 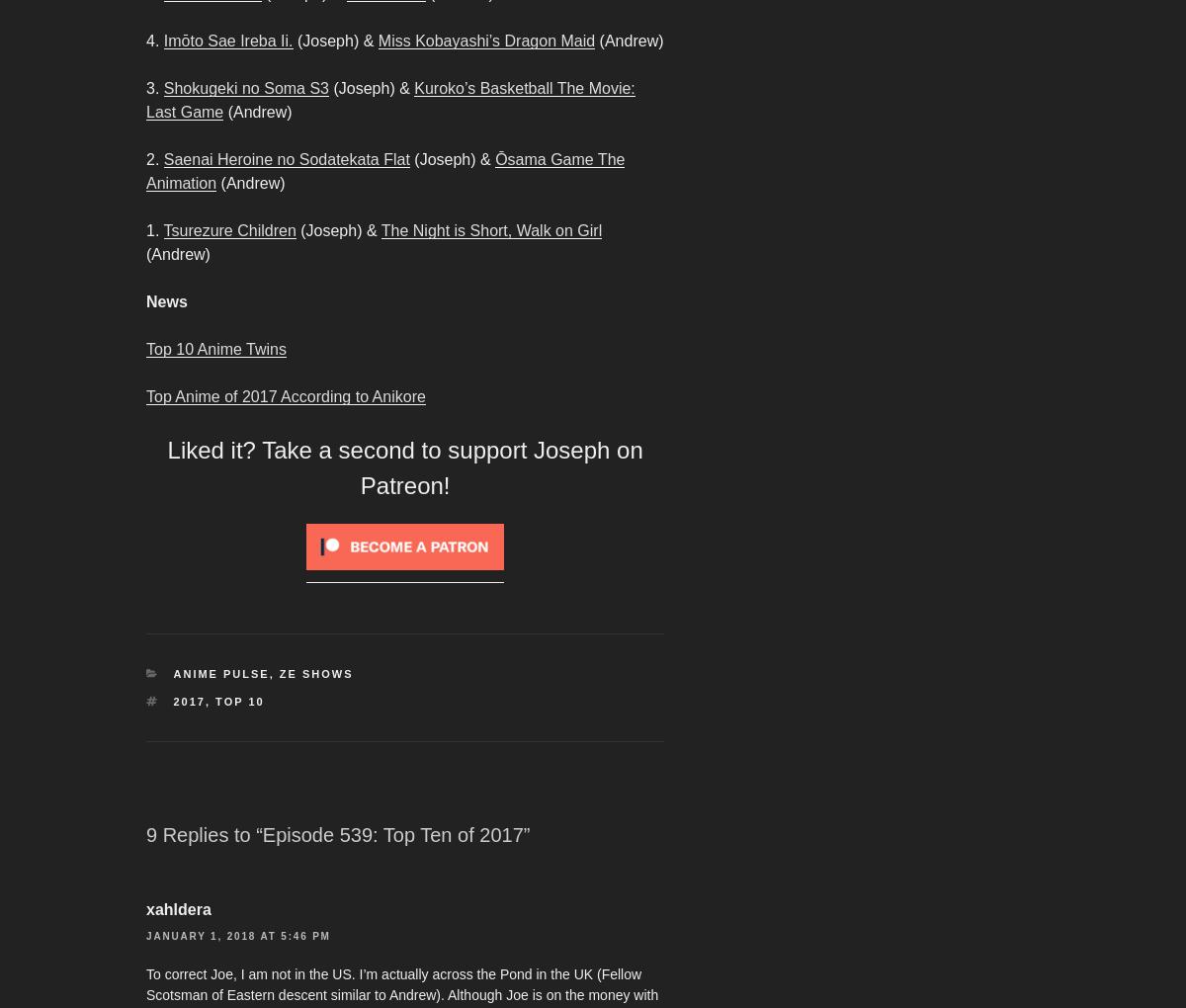 I want to click on 'Top 10 Anime Twins', so click(x=215, y=348).